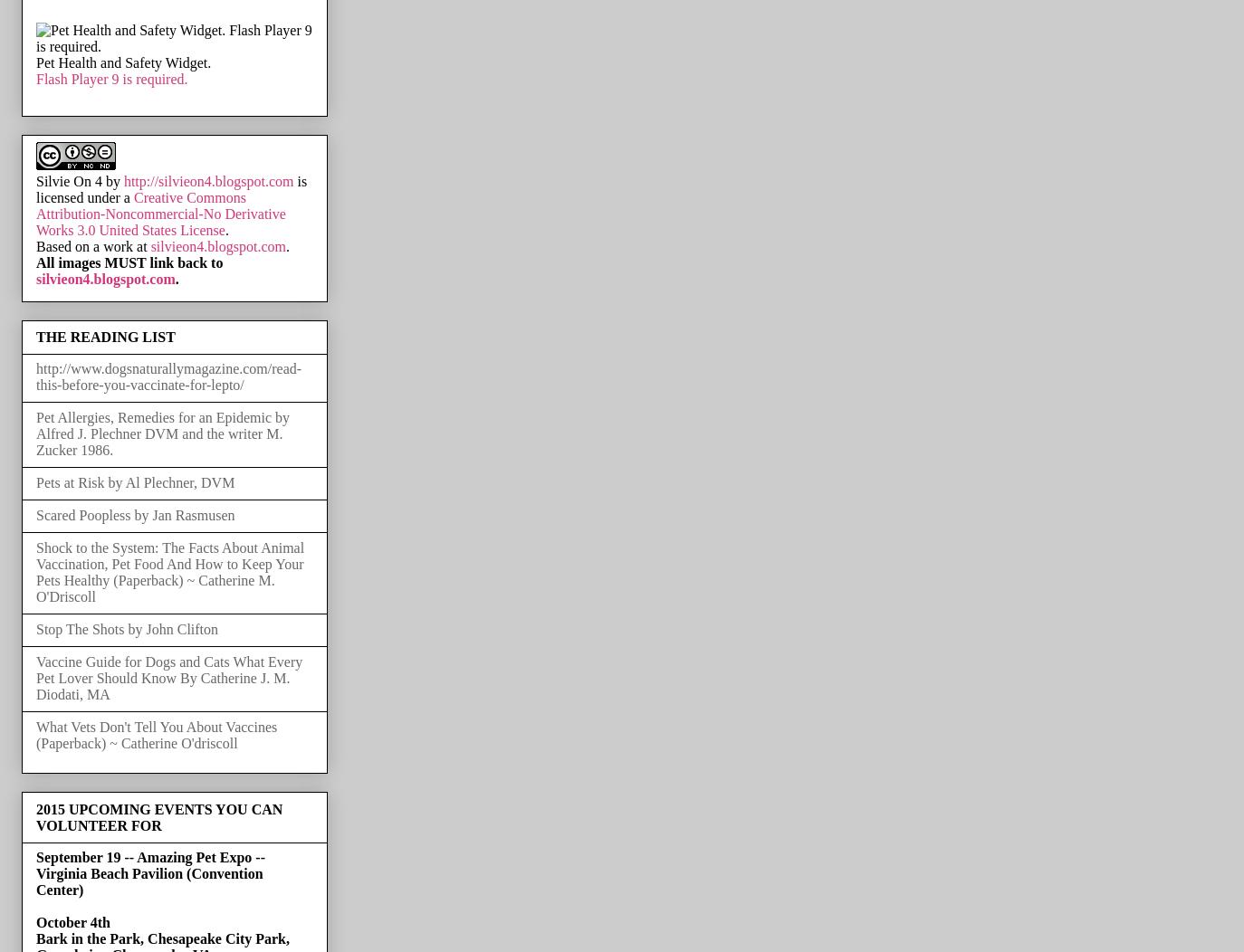 Image resolution: width=1244 pixels, height=952 pixels. I want to click on 'September 19 -- Amazing Pet Expo -- Virginia Beach Pavilion (Convention Center)', so click(149, 873).